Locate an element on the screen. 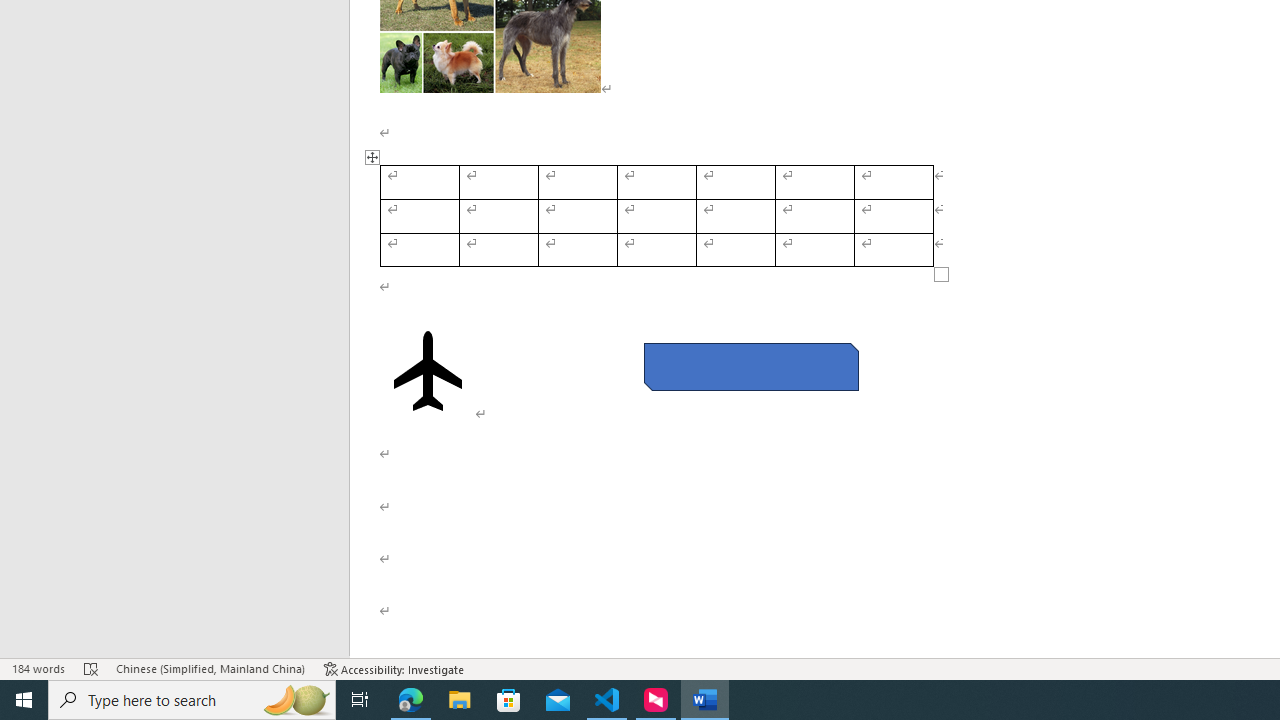  'Language Chinese (Simplified, Mainland China)' is located at coordinates (210, 669).